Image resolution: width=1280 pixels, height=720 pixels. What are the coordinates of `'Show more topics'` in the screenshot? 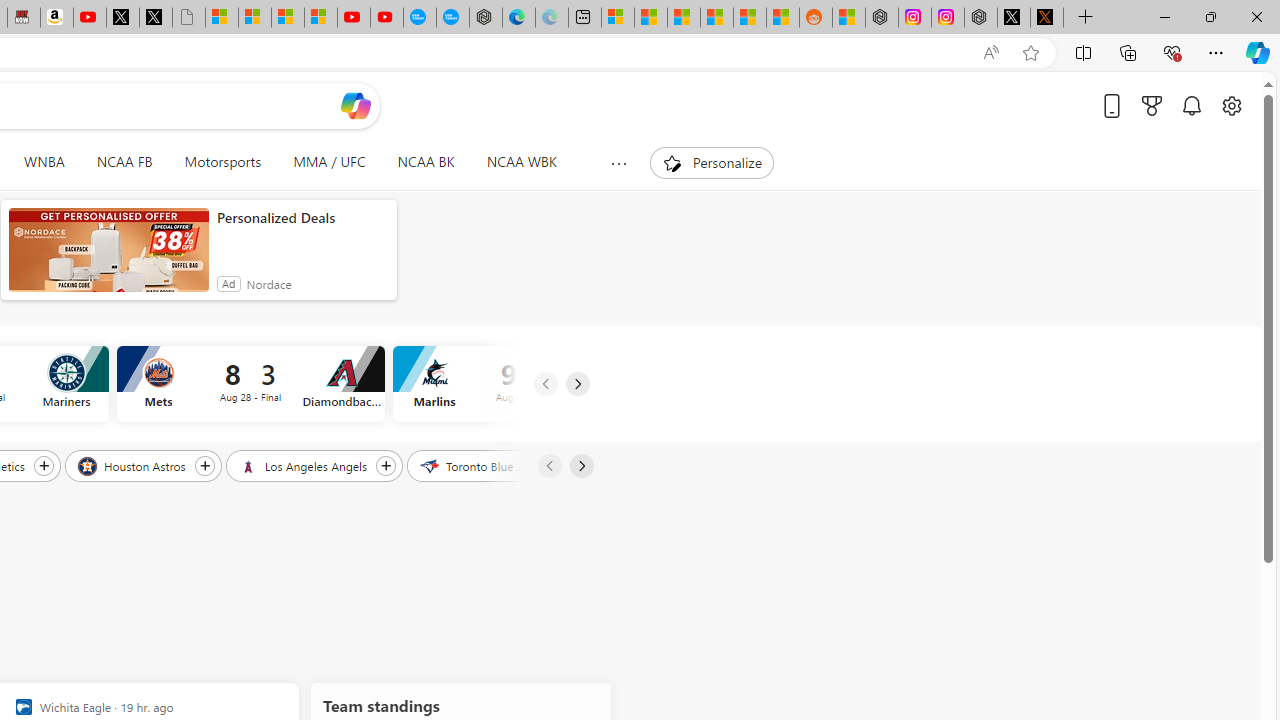 It's located at (617, 162).